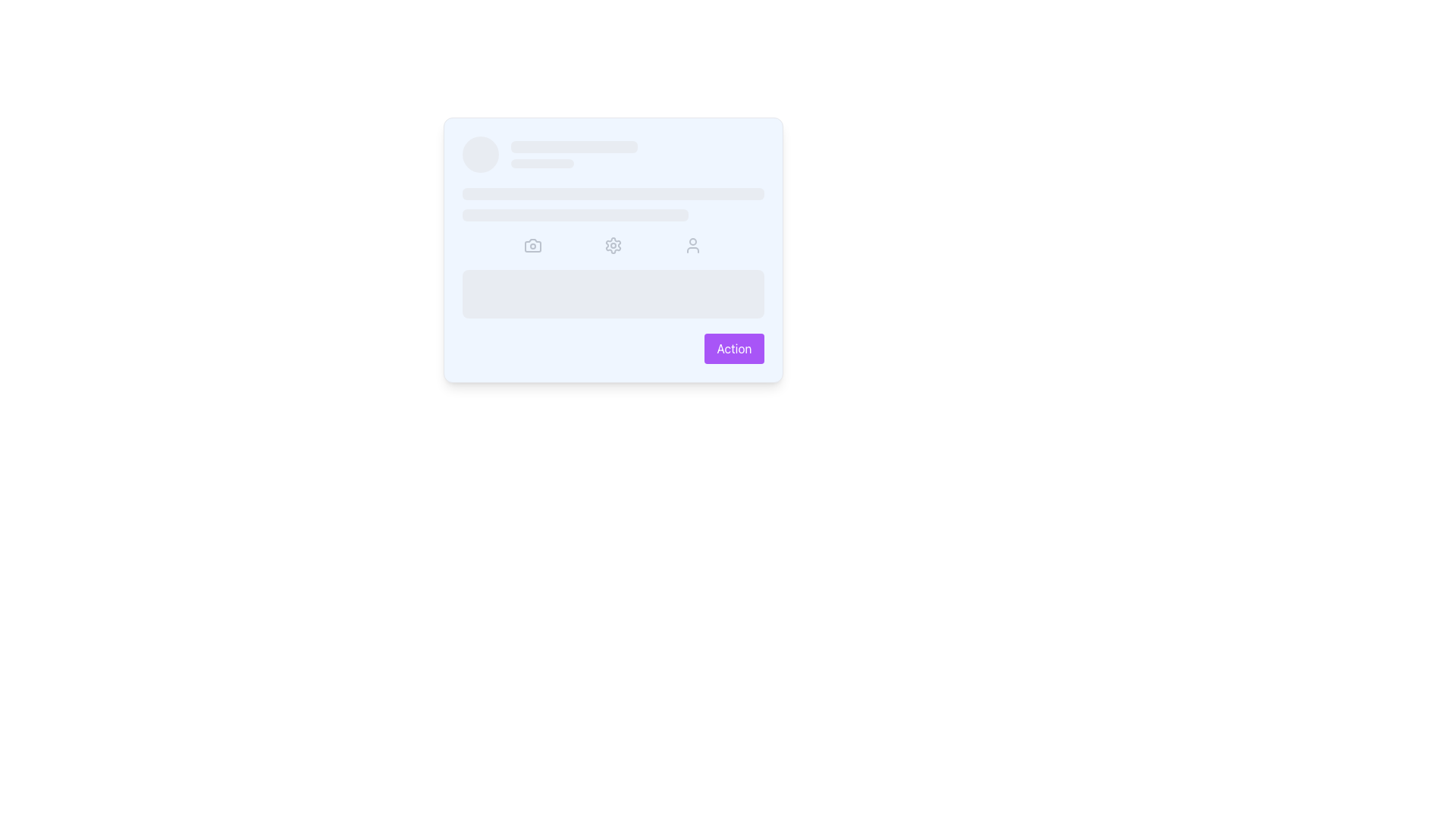 The width and height of the screenshot is (1456, 819). Describe the element at coordinates (532, 245) in the screenshot. I see `the camera icon, which is the first icon from the left in the toolbar section beneath the main content block` at that location.